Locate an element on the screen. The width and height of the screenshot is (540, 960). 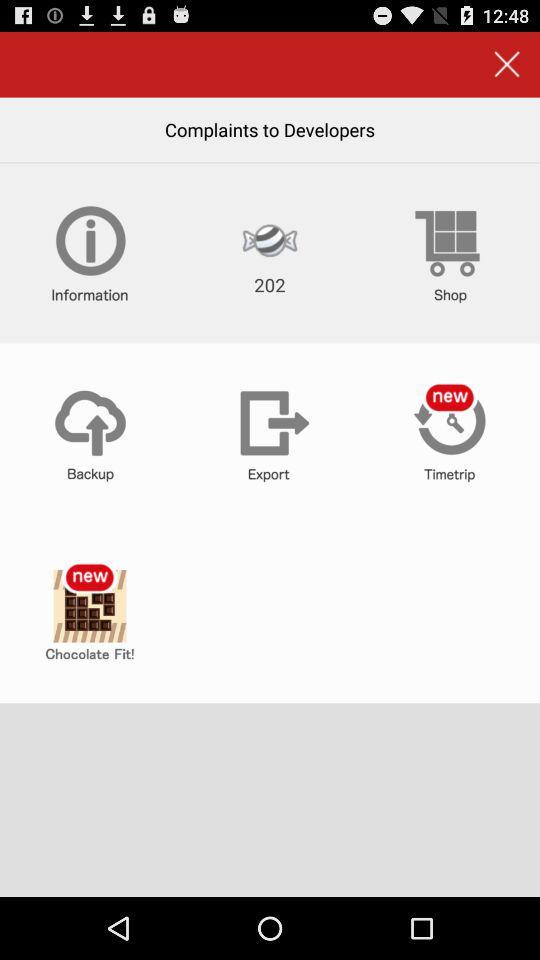
backup cloud data is located at coordinates (89, 433).